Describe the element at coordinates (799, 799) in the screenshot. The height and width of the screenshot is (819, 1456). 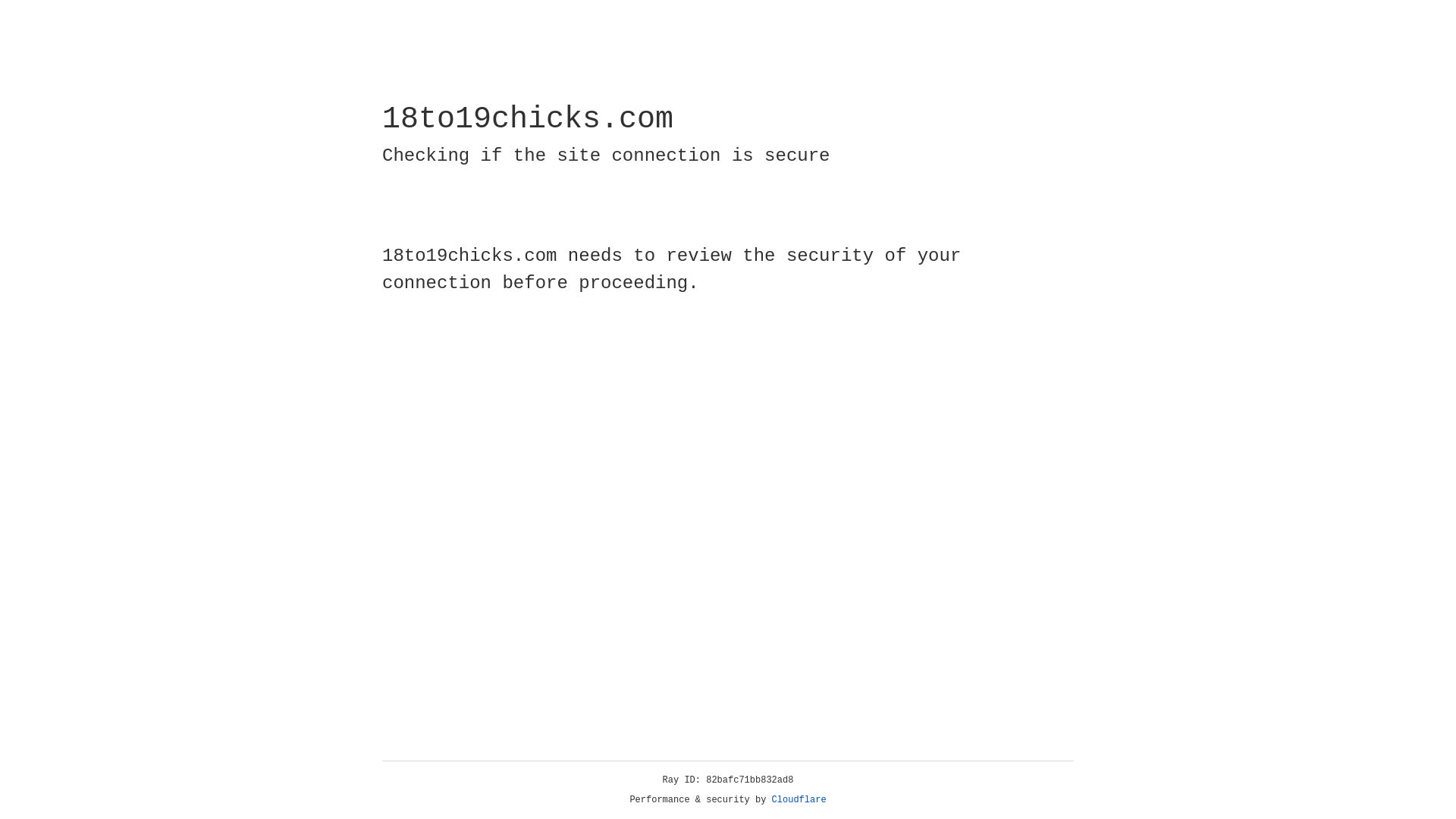
I see `'Cloudflare'` at that location.